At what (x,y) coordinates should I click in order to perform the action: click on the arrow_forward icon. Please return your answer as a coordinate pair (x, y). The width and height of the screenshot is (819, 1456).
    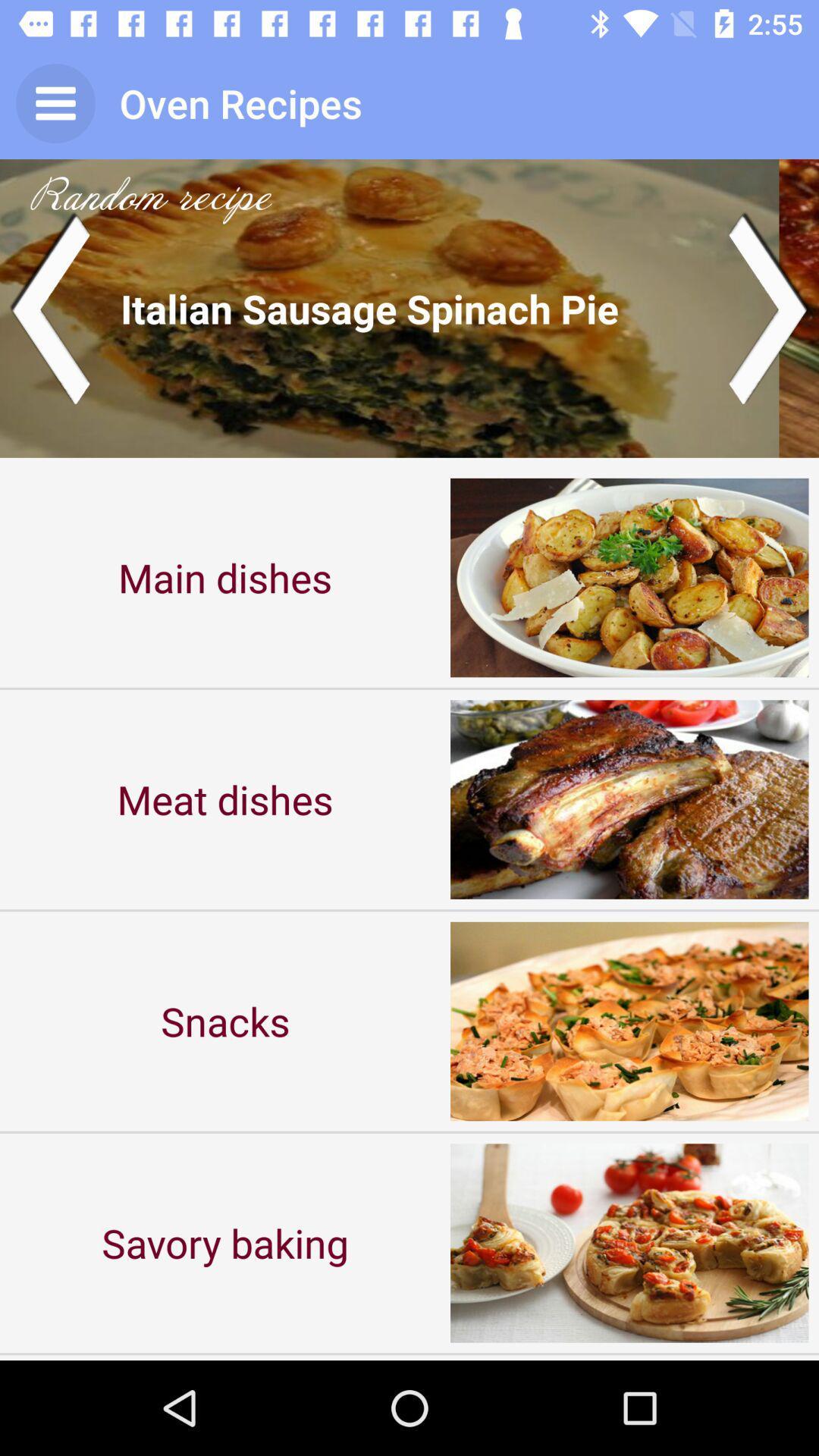
    Looking at the image, I should click on (769, 307).